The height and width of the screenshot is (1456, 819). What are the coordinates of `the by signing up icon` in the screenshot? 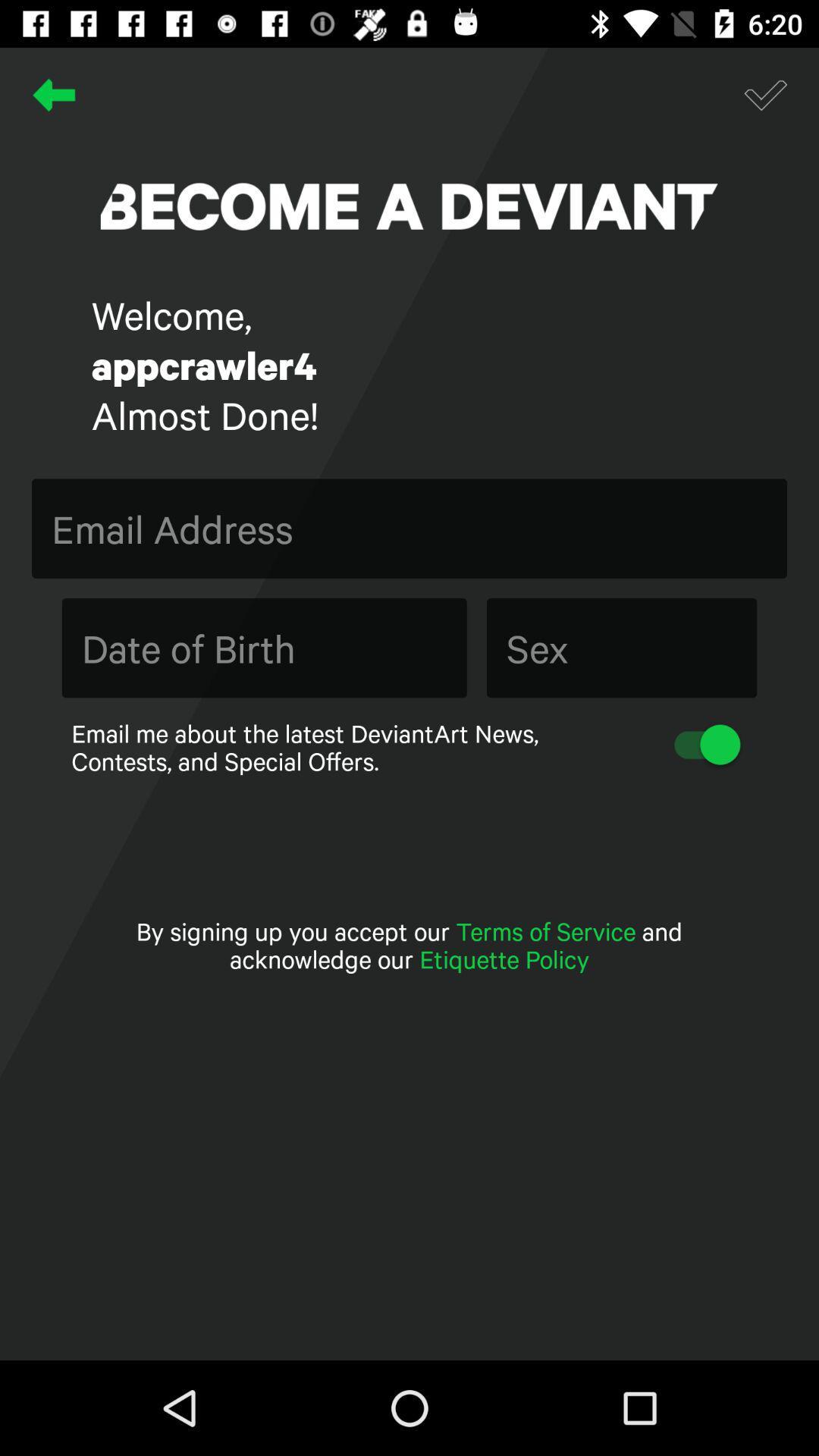 It's located at (409, 944).